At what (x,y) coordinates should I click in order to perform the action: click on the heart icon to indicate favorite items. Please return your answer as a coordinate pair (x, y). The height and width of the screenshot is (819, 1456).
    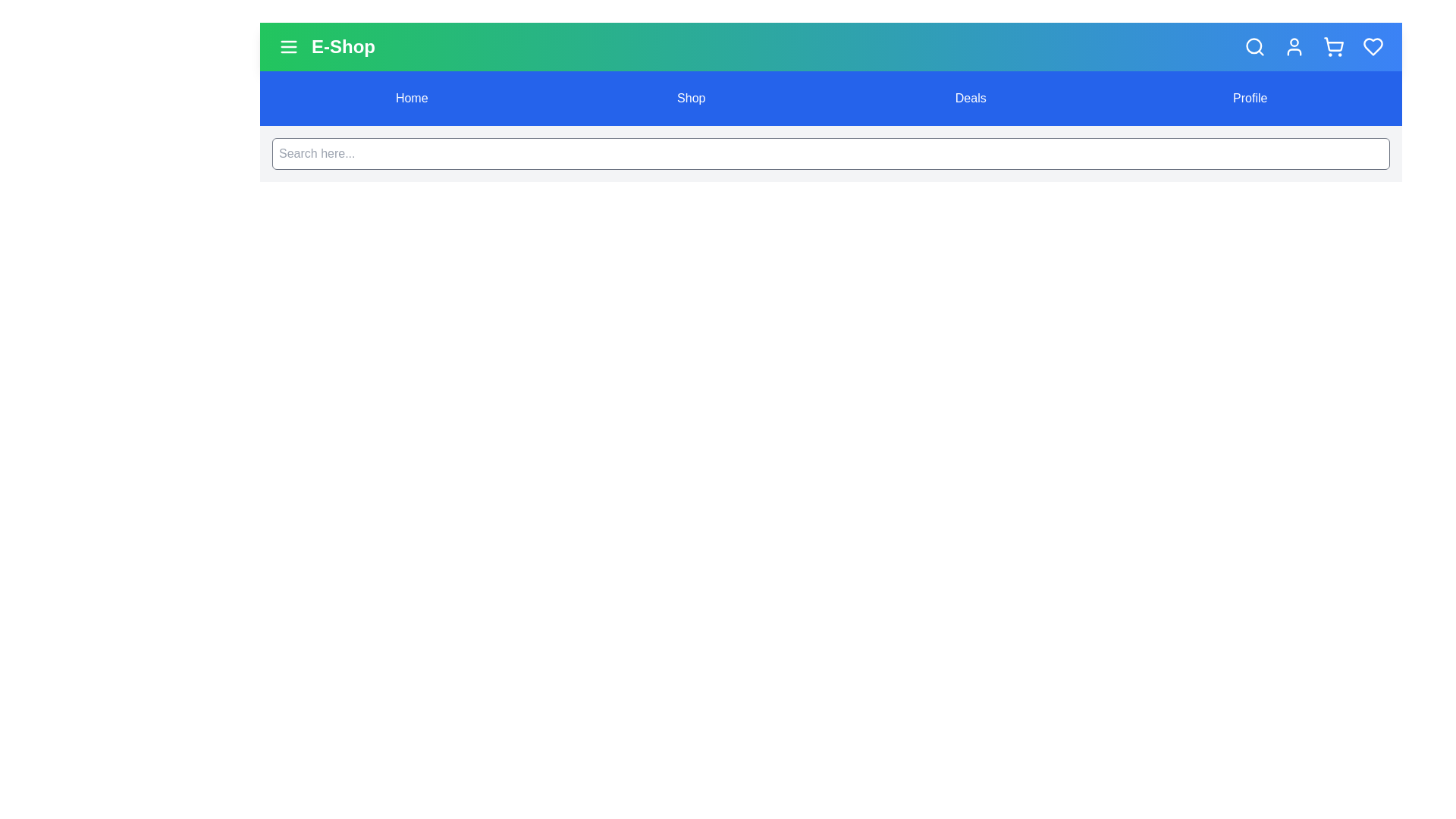
    Looking at the image, I should click on (1373, 45).